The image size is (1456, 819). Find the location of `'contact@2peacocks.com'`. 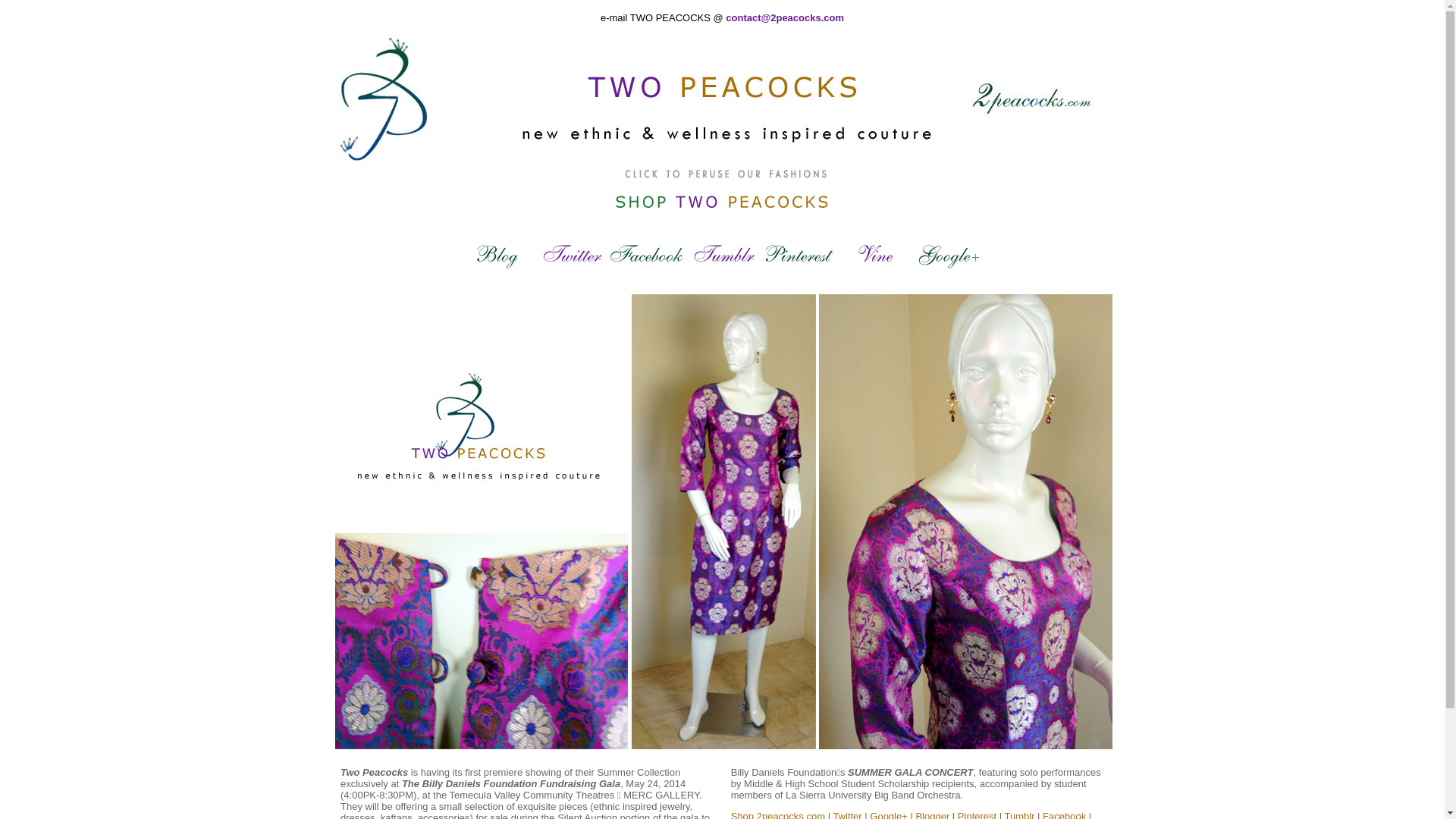

'contact@2peacocks.com' is located at coordinates (785, 17).